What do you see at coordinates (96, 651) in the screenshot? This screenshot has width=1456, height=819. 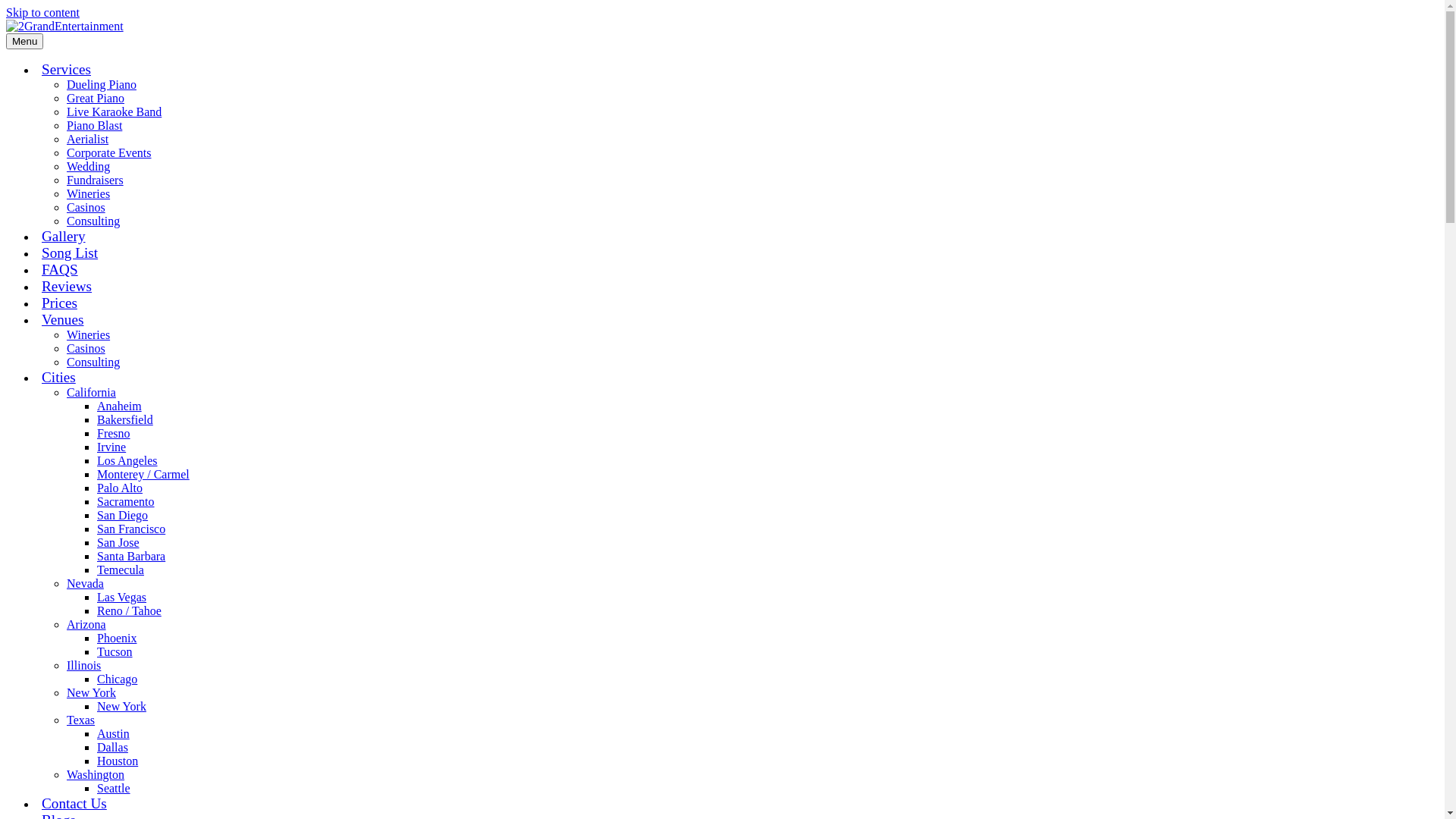 I see `'Tucson'` at bounding box center [96, 651].